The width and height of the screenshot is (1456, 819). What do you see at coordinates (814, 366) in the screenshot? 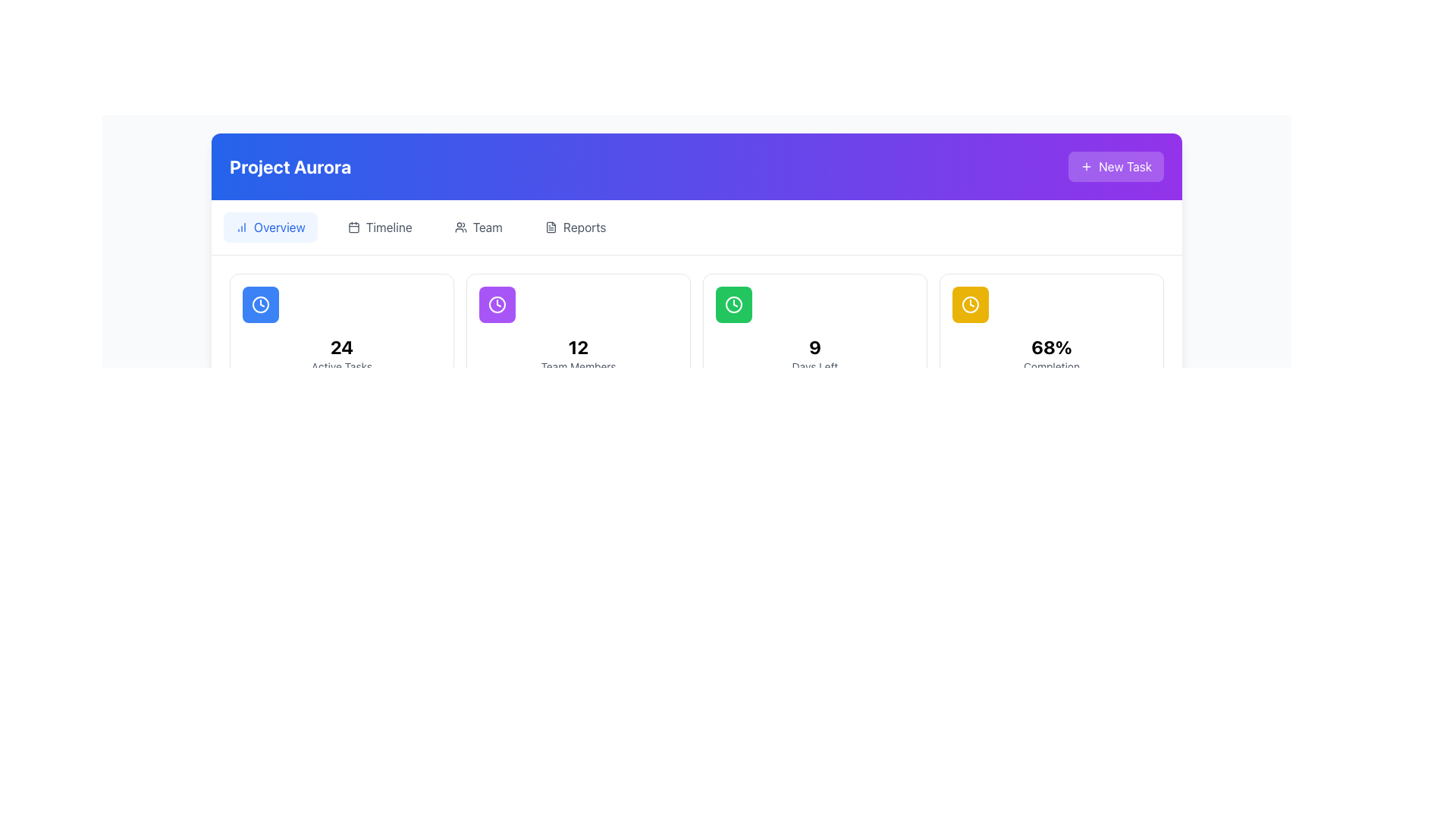
I see `the gray text label reading 'Days Left' located within the third card from the left, beneath the bold numeral '9'` at bounding box center [814, 366].